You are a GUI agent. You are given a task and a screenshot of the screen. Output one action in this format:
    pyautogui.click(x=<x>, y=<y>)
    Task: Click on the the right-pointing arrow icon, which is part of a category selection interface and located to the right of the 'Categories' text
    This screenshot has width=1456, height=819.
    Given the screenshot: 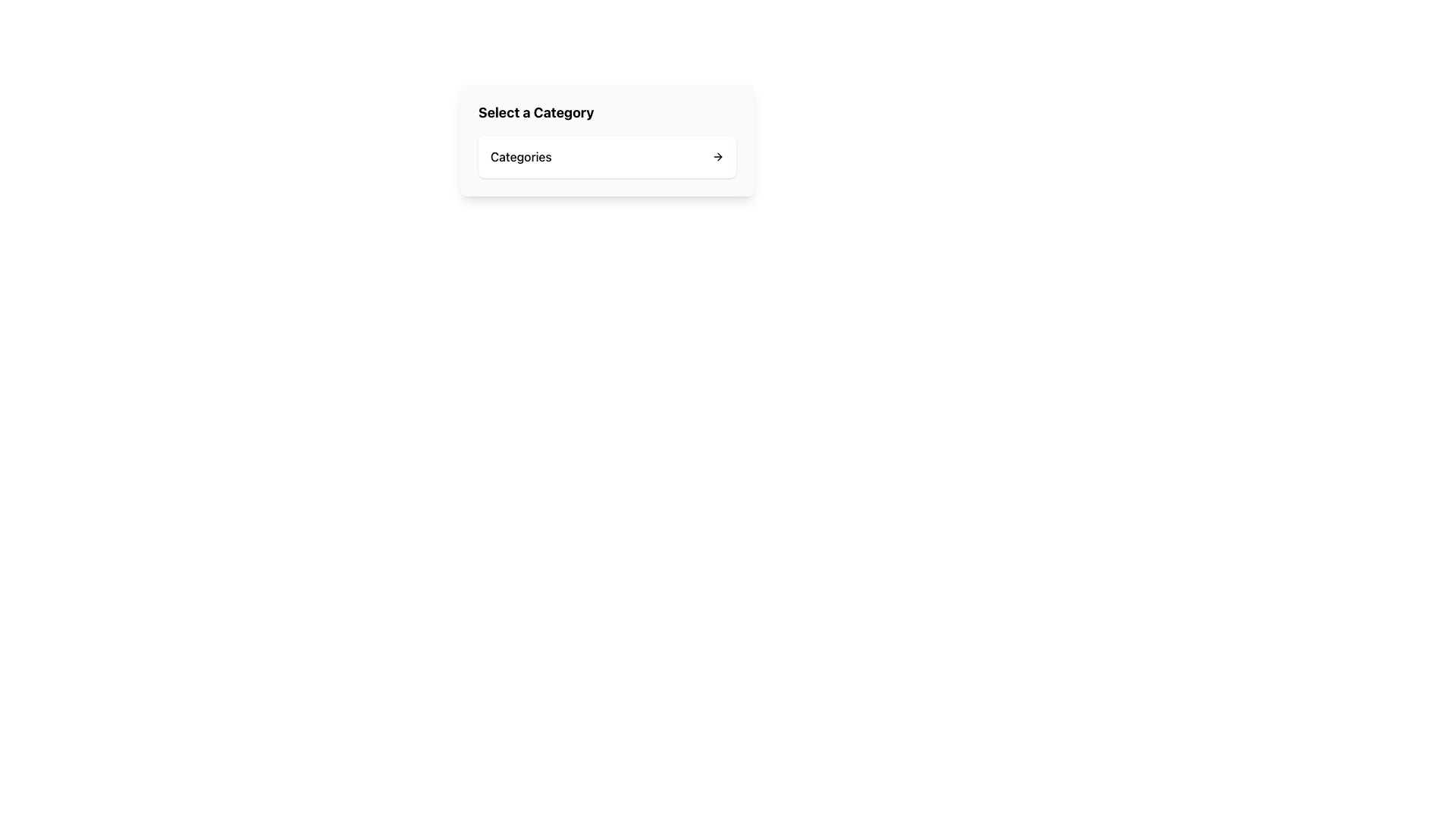 What is the action you would take?
    pyautogui.click(x=719, y=157)
    